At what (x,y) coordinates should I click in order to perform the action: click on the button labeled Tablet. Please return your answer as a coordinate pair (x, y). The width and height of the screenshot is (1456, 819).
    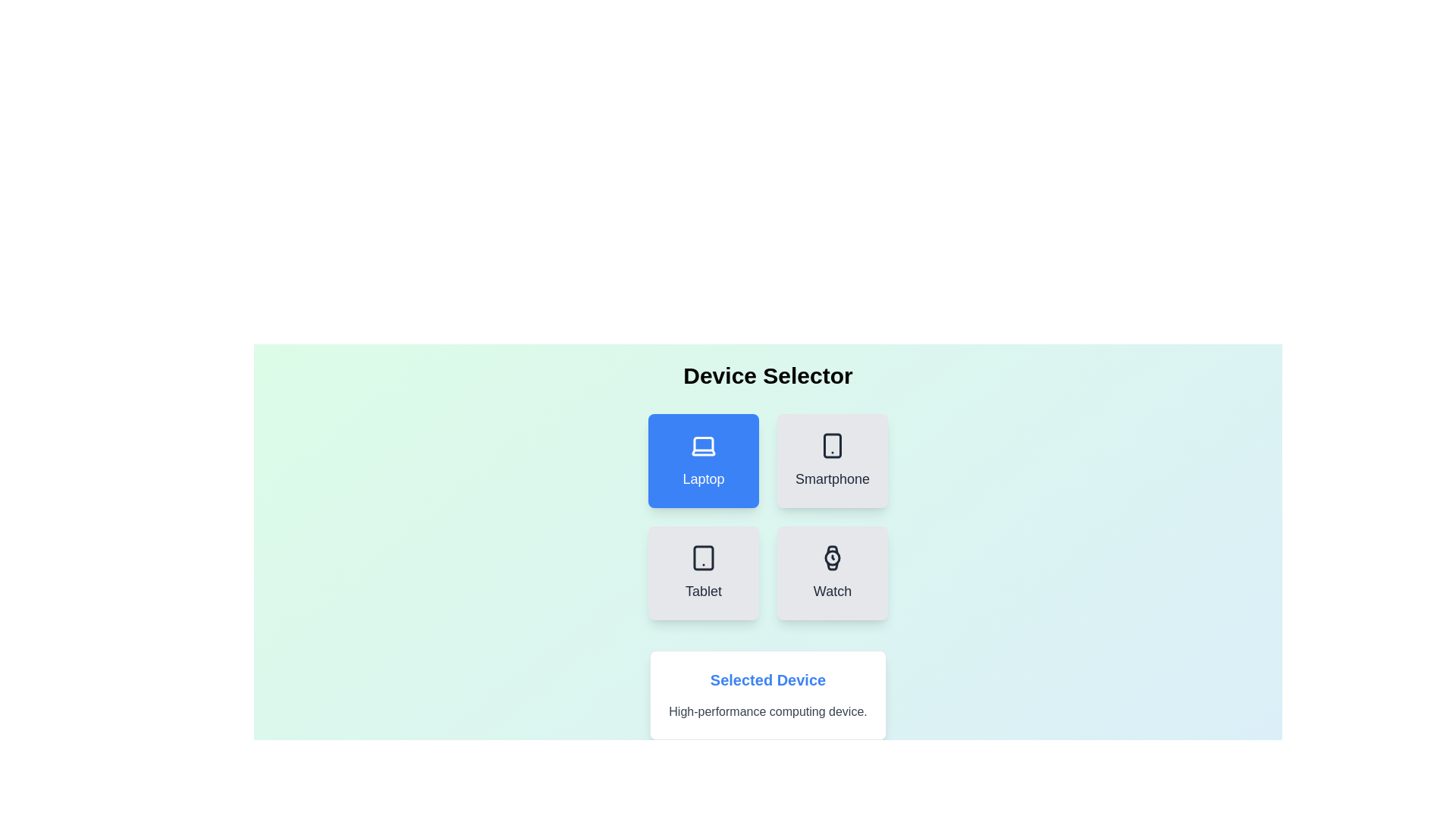
    Looking at the image, I should click on (702, 573).